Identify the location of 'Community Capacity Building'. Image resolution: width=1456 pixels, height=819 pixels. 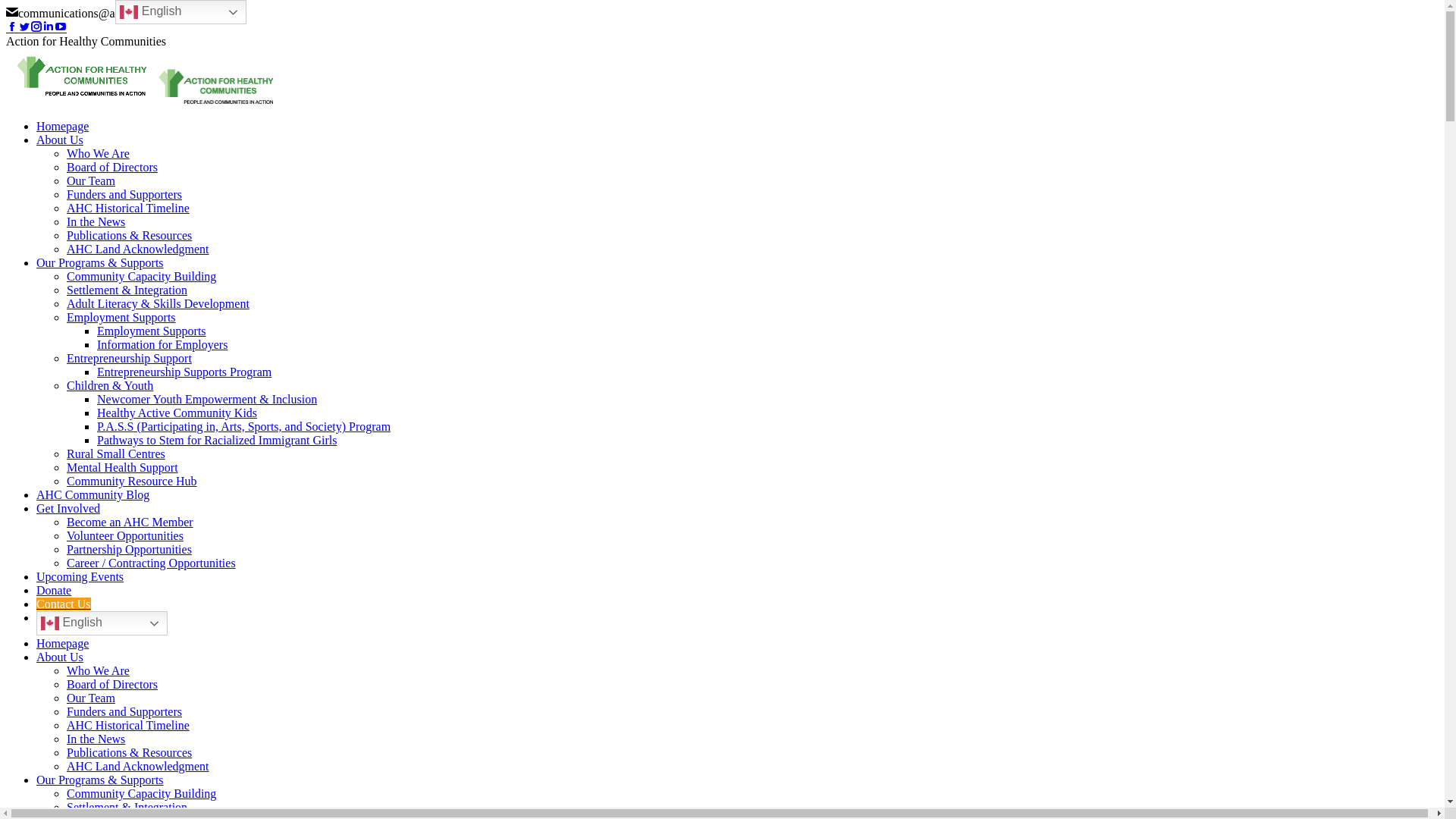
(141, 792).